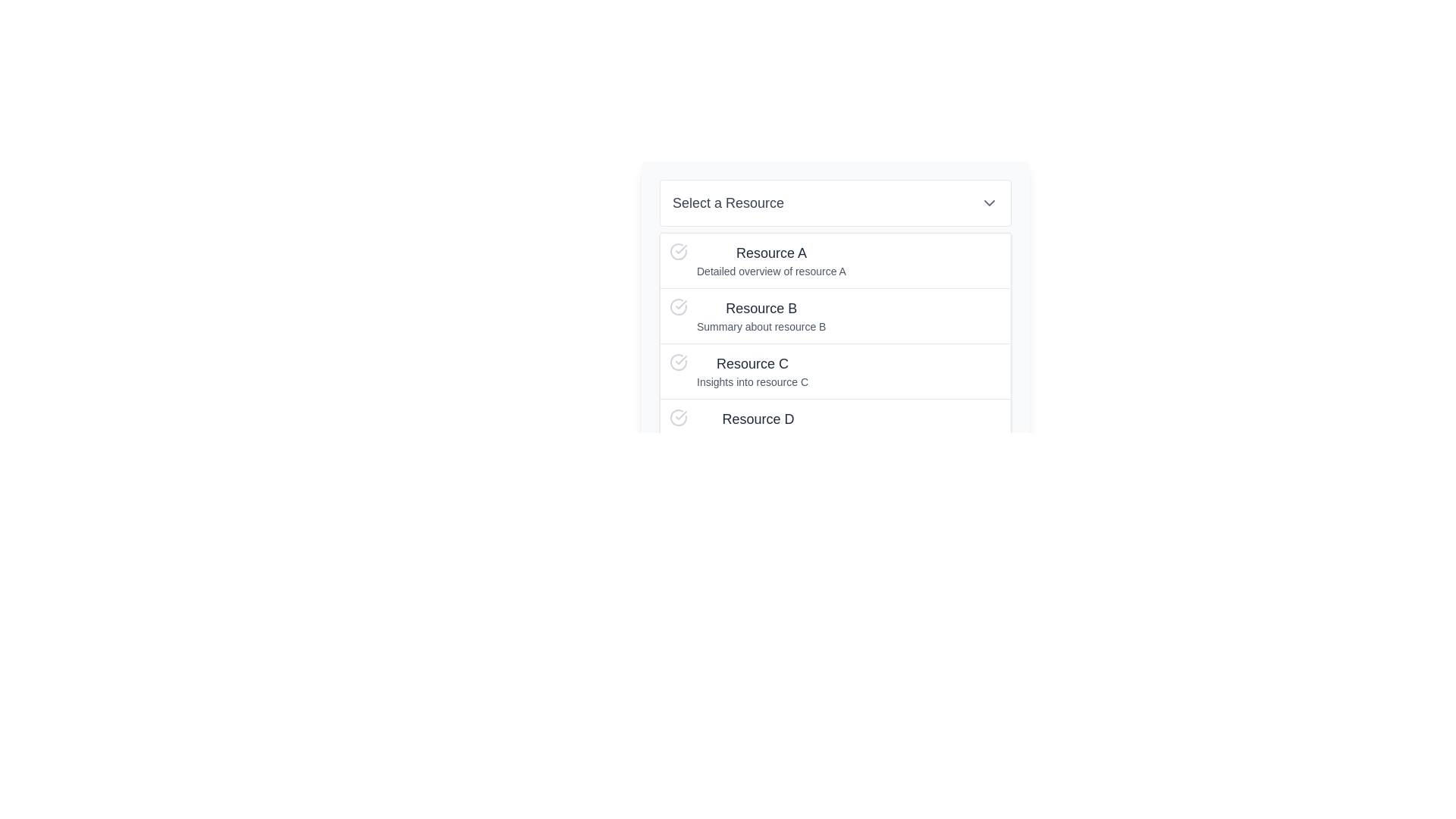 Image resolution: width=1456 pixels, height=819 pixels. I want to click on the first selectable resource item under the 'Select a Resource' dropdown by navigating with the keyboard, so click(835, 259).